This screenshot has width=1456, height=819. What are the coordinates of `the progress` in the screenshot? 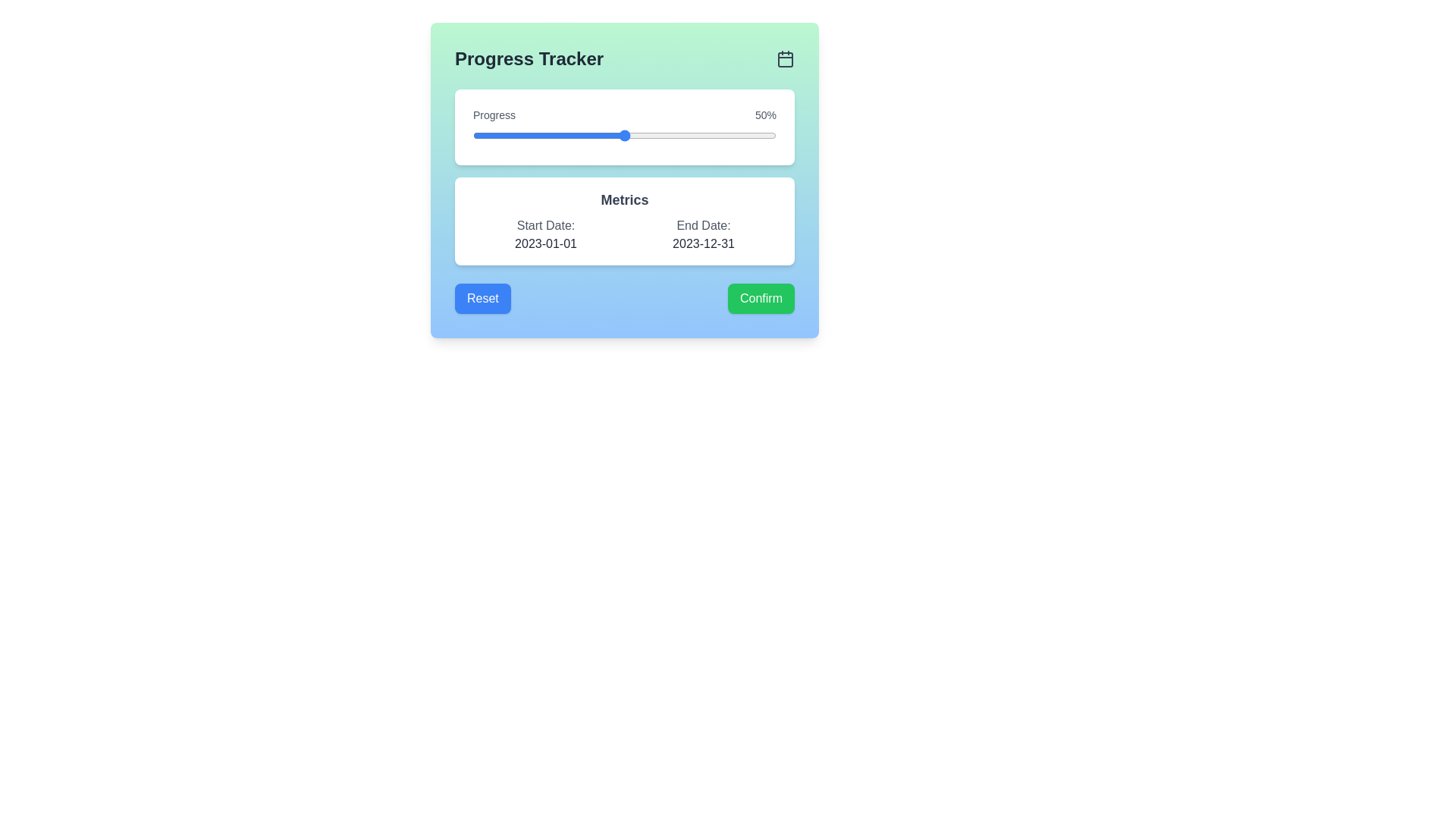 It's located at (590, 134).